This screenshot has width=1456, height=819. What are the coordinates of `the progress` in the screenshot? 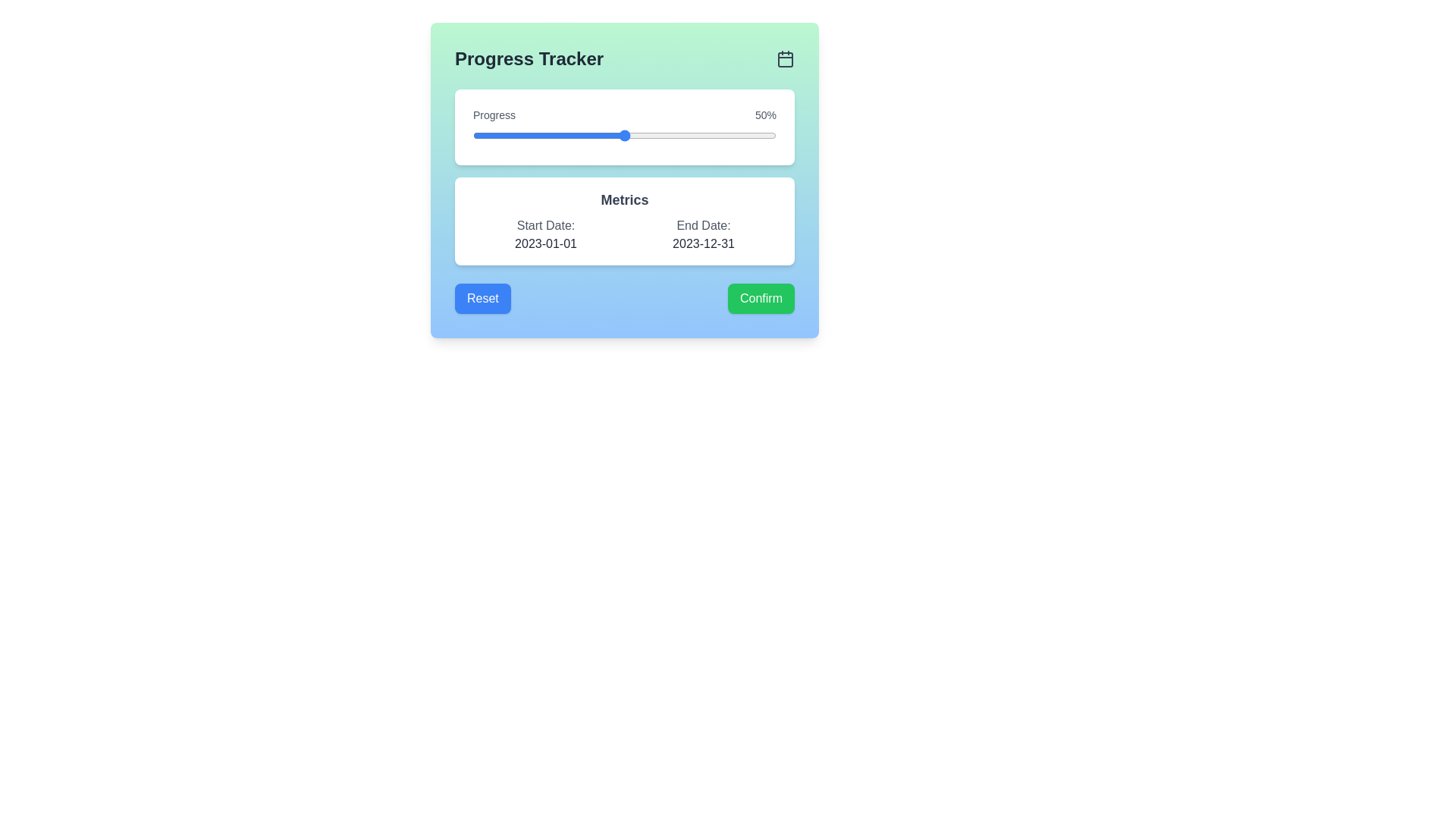 It's located at (590, 134).